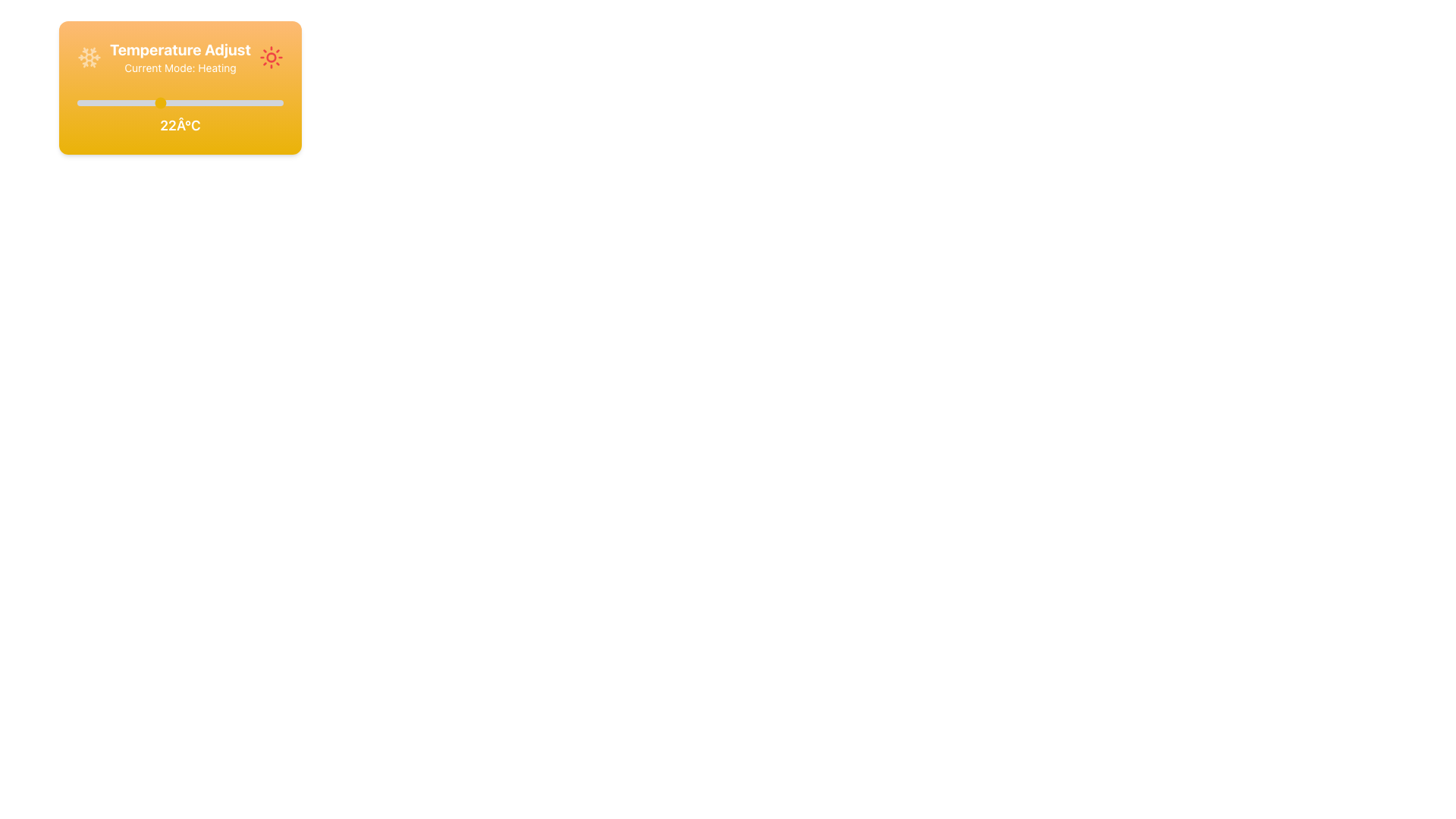 This screenshot has width=1456, height=819. I want to click on the 'Temperature Adjust' text label, which is displayed in a large, bold font with an orange background, centered above the 'Current Mode: Heating' text, so click(180, 49).